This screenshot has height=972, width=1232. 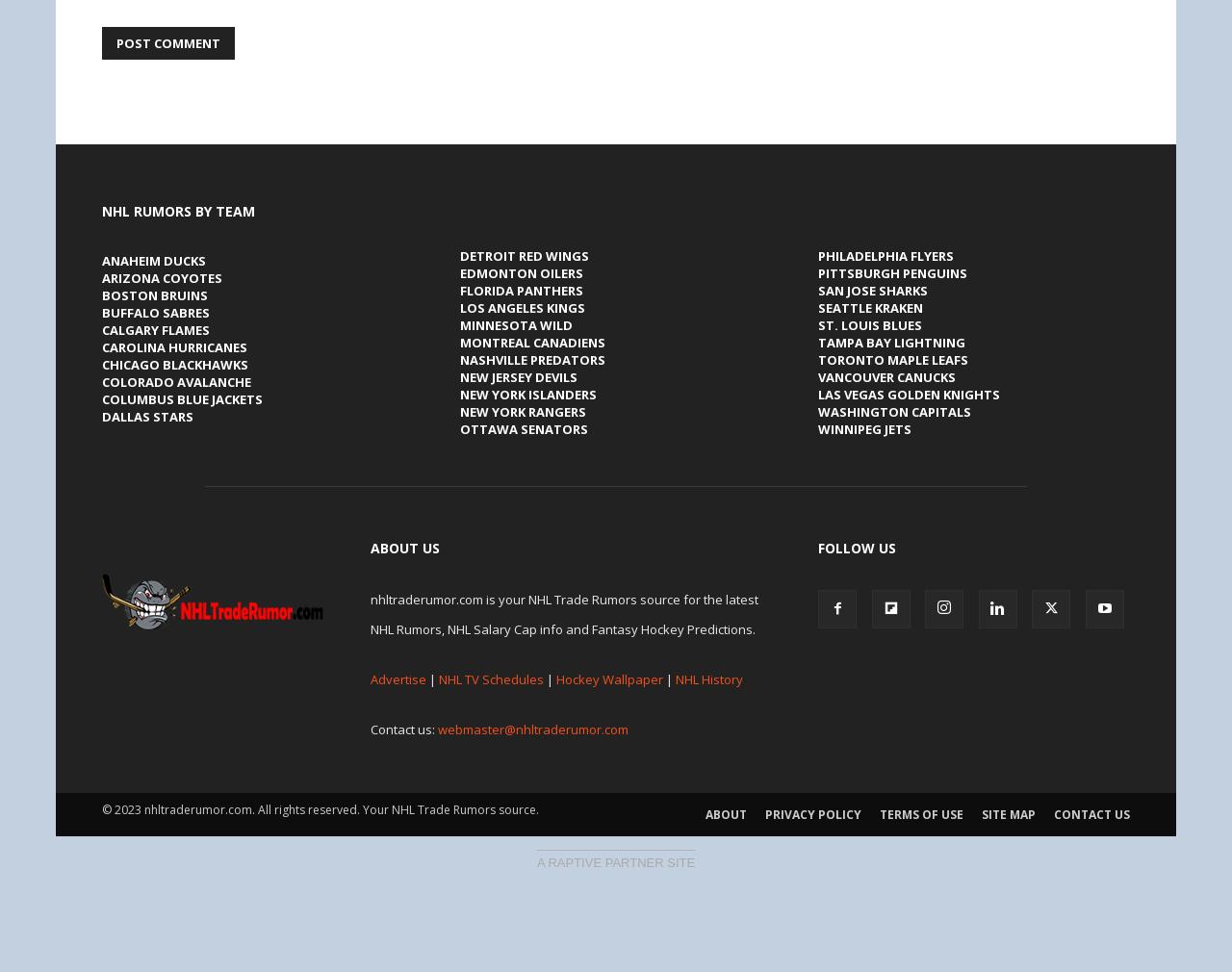 I want to click on 'NHL Rumors by Team', so click(x=178, y=209).